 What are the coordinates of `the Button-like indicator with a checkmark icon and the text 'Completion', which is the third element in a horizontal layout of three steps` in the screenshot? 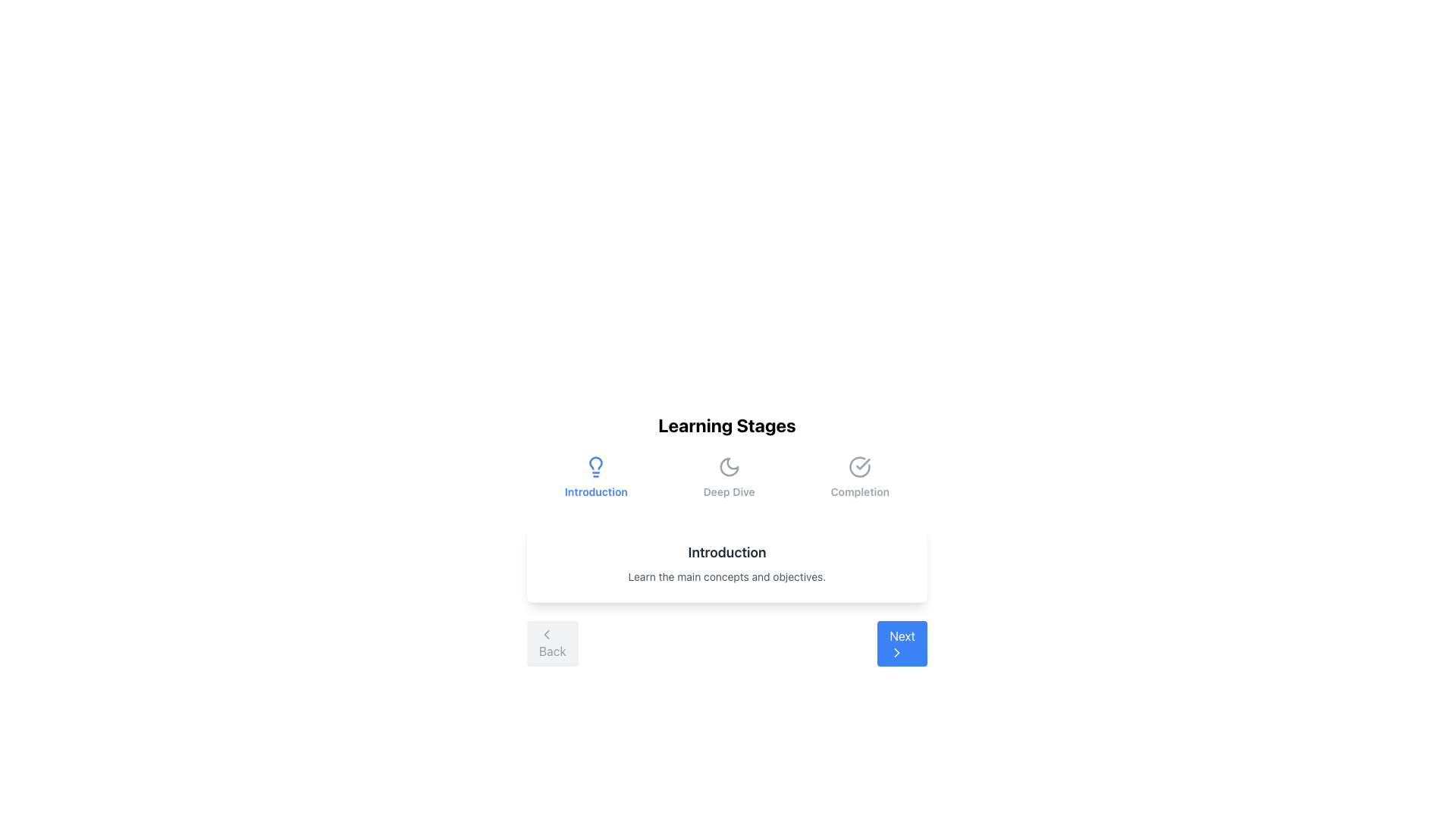 It's located at (860, 476).